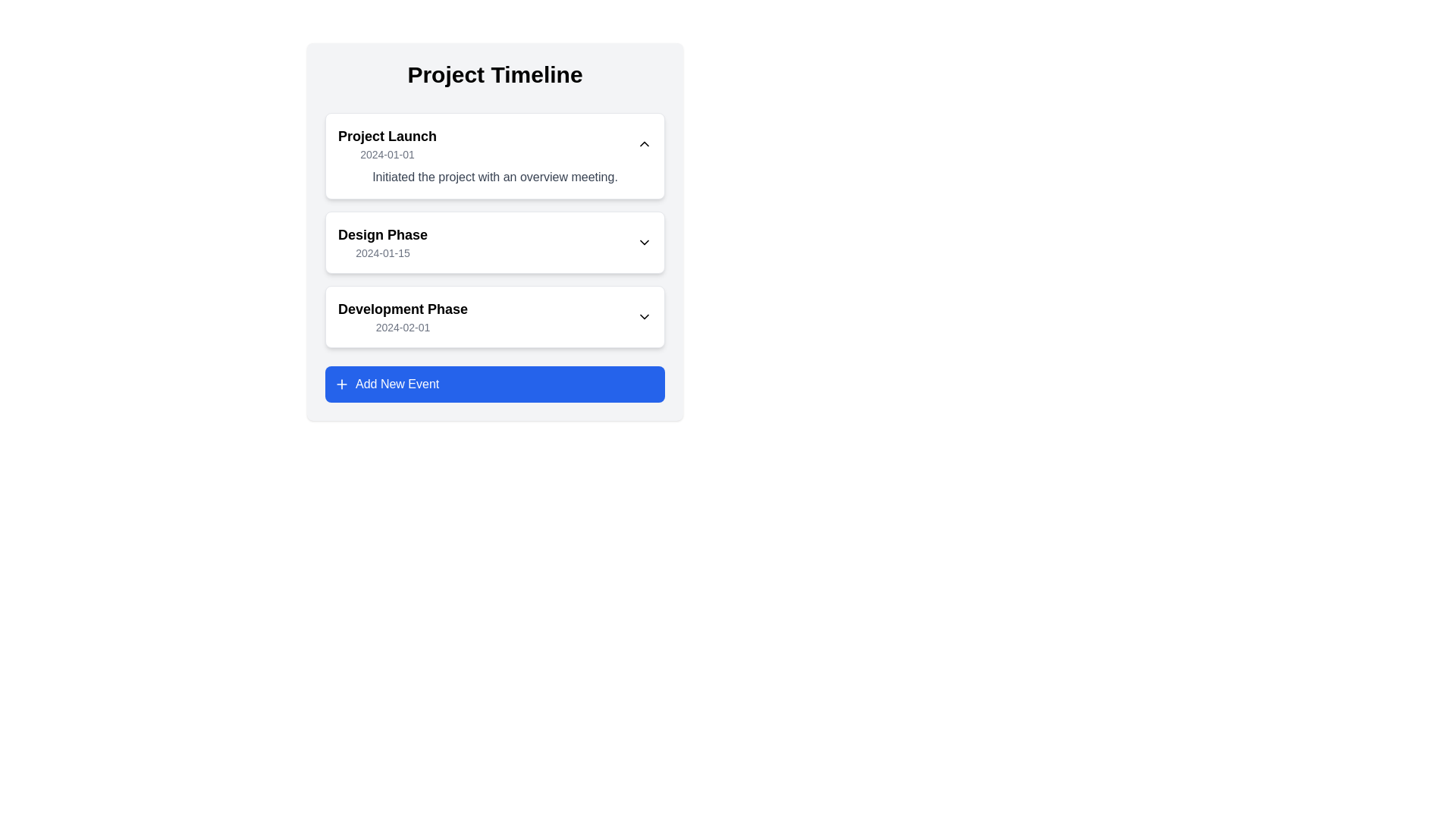  I want to click on the 'Design Phase' text display element, which is the second card in the vertical list under 'Project Timeline', so click(382, 242).